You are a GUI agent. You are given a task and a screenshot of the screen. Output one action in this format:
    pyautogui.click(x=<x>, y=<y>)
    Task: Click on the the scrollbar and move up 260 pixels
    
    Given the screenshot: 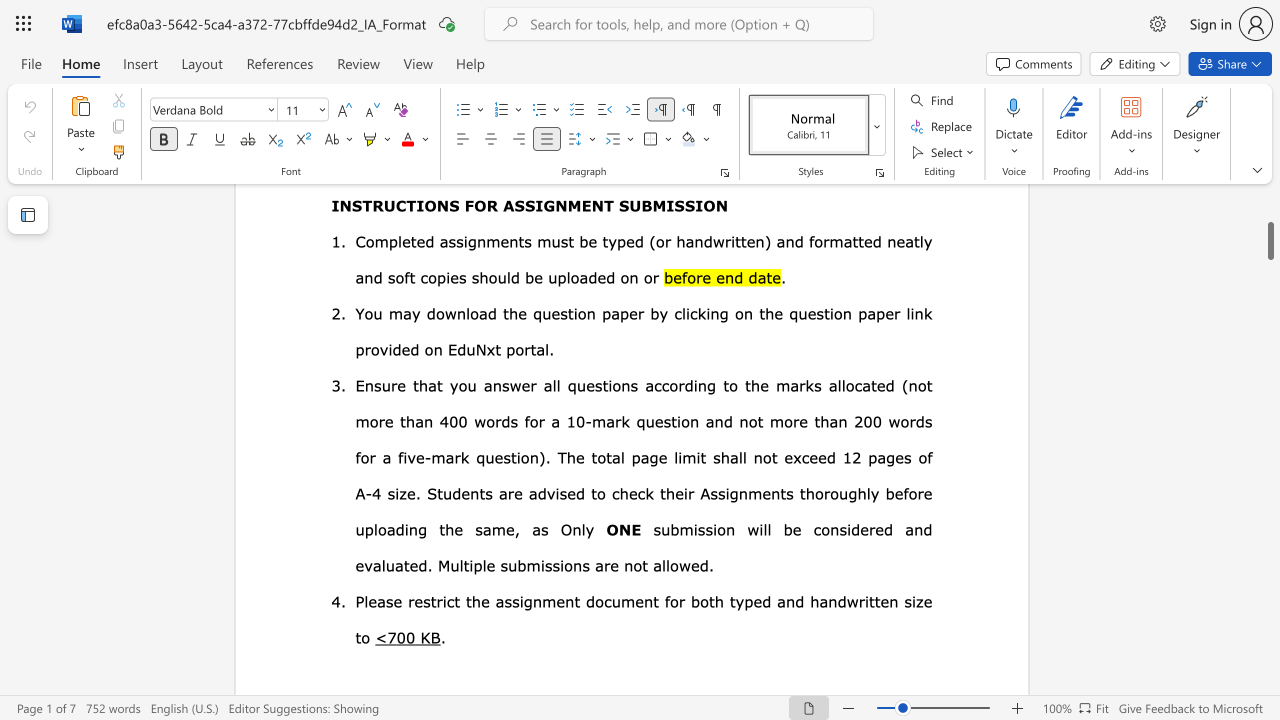 What is the action you would take?
    pyautogui.click(x=1269, y=232)
    